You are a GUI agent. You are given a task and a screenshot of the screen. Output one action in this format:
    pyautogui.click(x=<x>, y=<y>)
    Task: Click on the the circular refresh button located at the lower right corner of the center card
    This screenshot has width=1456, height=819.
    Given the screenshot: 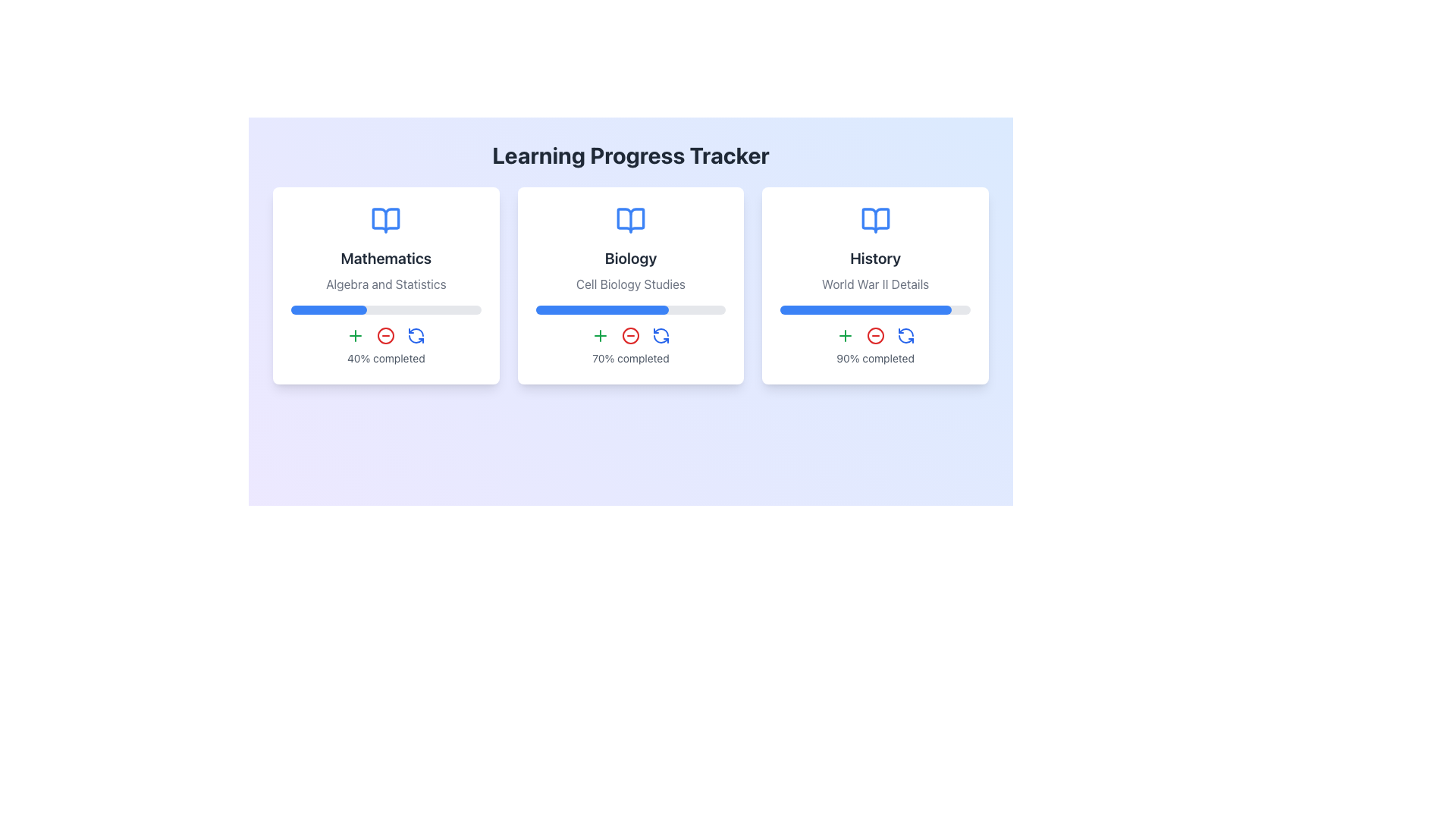 What is the action you would take?
    pyautogui.click(x=661, y=335)
    